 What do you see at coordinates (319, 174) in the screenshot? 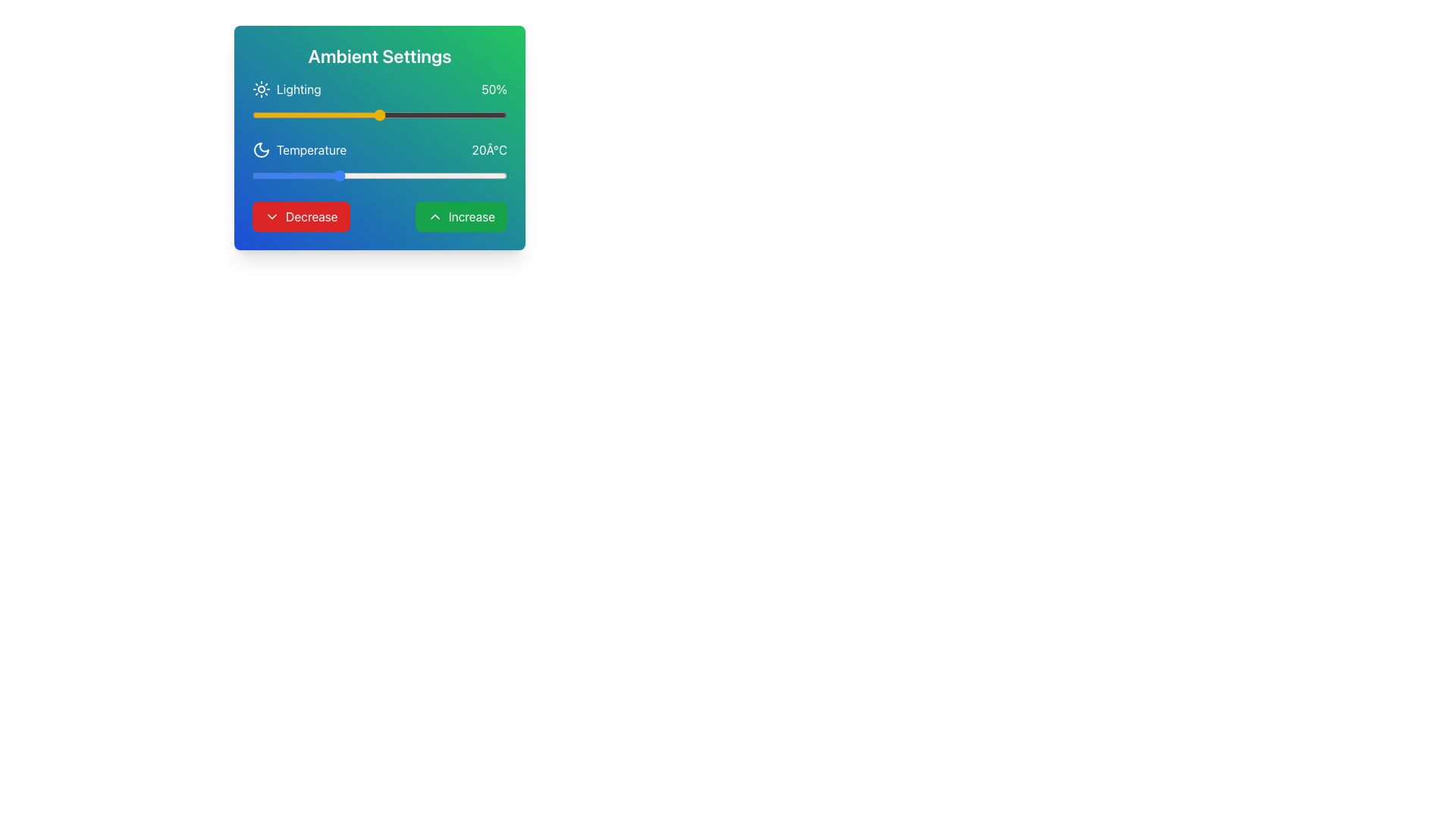
I see `the temperature` at bounding box center [319, 174].